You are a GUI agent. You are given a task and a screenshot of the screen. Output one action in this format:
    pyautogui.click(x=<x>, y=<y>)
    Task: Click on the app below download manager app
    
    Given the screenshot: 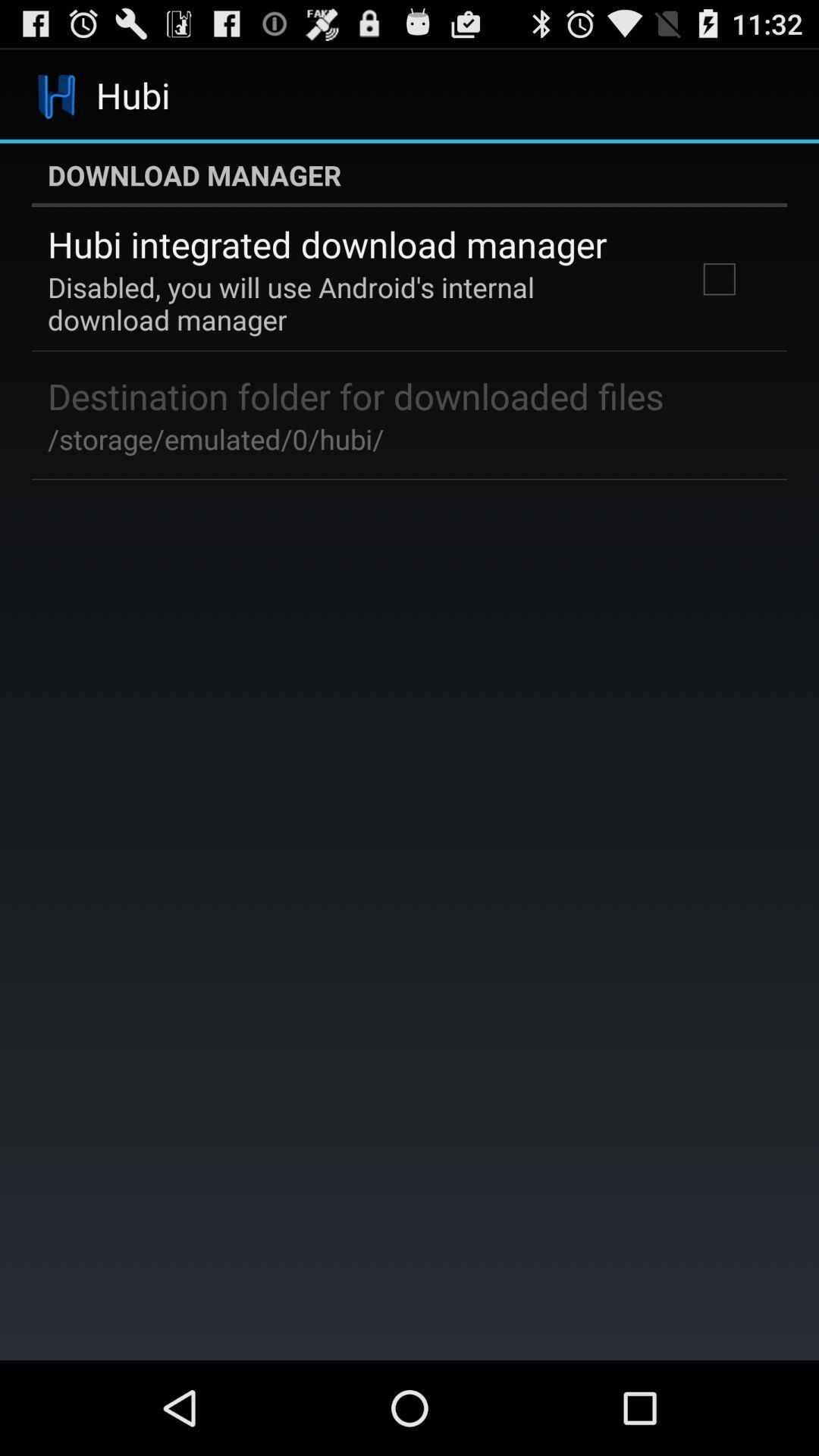 What is the action you would take?
    pyautogui.click(x=718, y=279)
    